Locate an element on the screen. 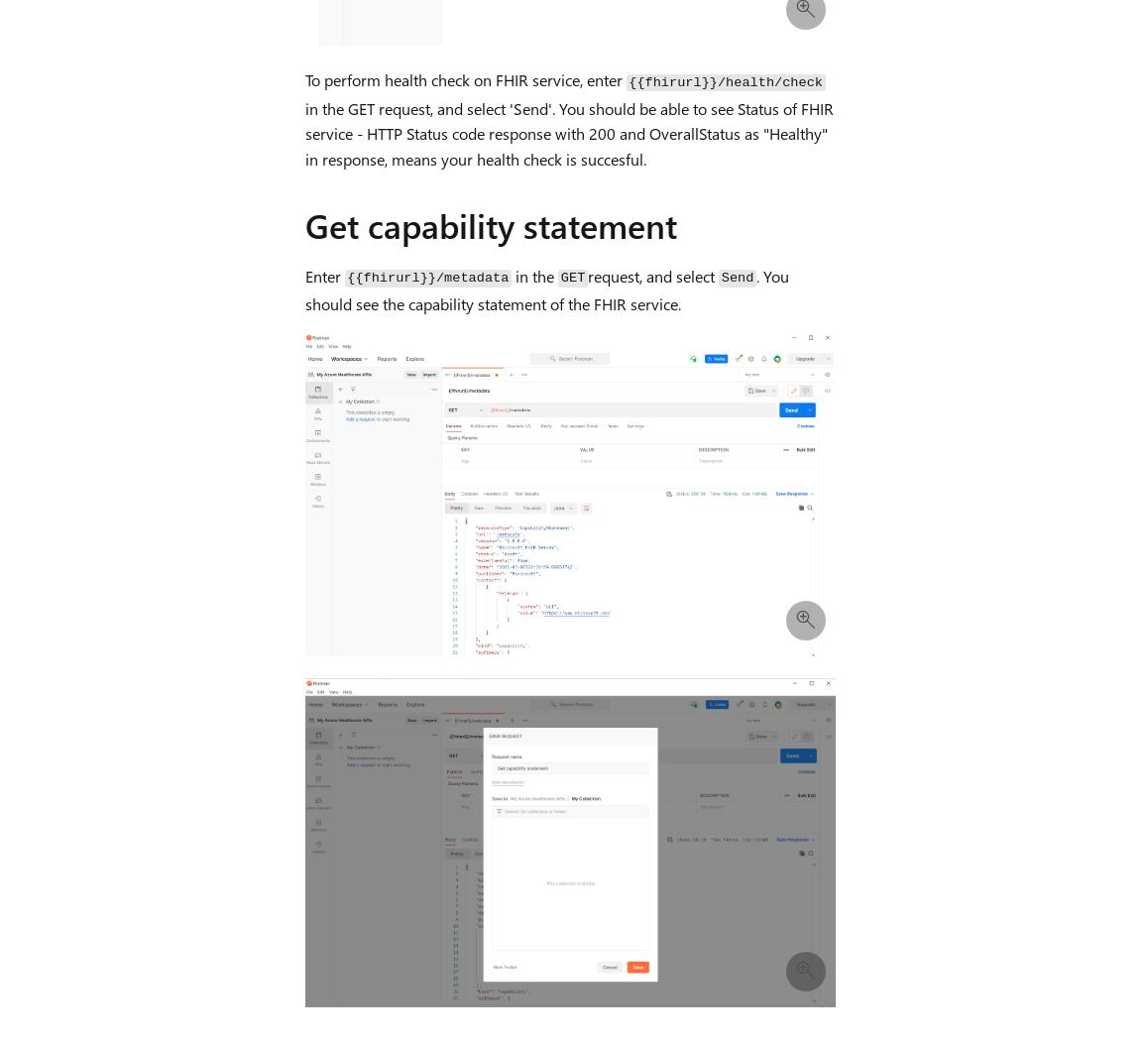  '{{fhirurl}}/health/check' is located at coordinates (724, 81).